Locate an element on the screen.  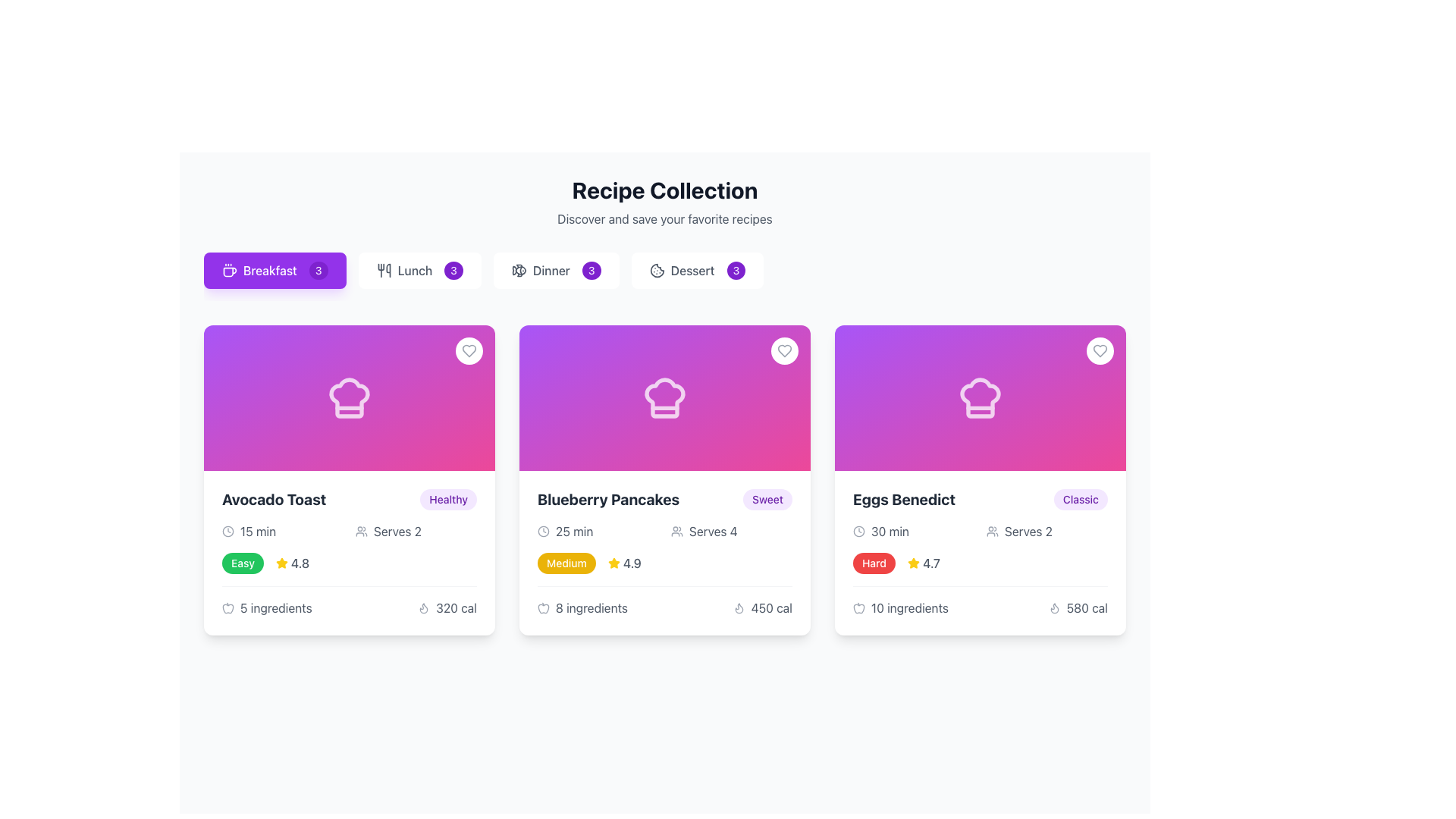
text from the label that says 'Blueberry Pancakes', which is styled in bold and dark gray, located inside the second recipe card above the smaller label 'Sweet' is located at coordinates (608, 500).